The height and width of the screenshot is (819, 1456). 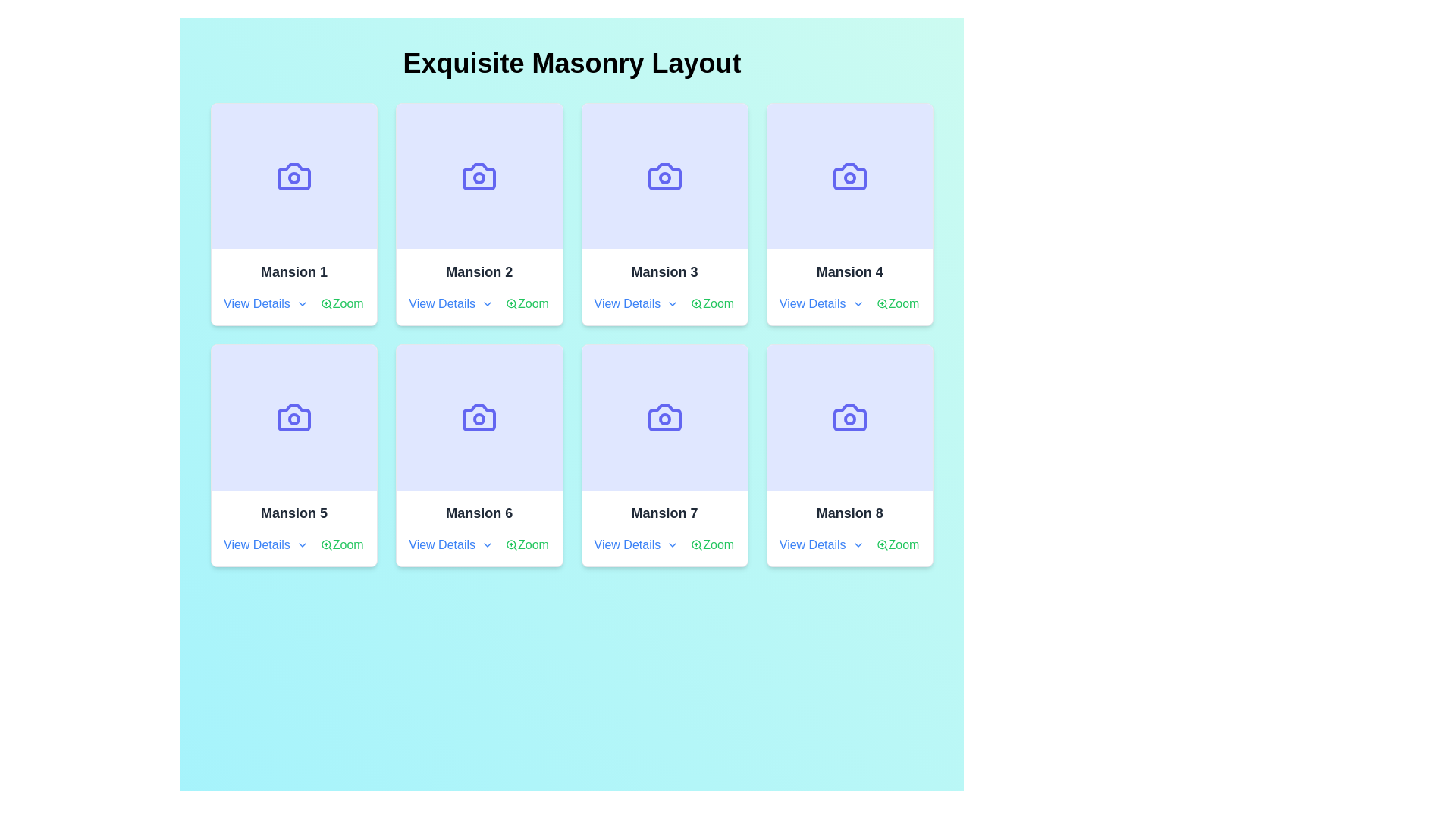 I want to click on static text 'Mansion 6' displayed in bold dark gray font on the second card of the bottom row in the 3x3 grid of property cards, so click(x=479, y=513).